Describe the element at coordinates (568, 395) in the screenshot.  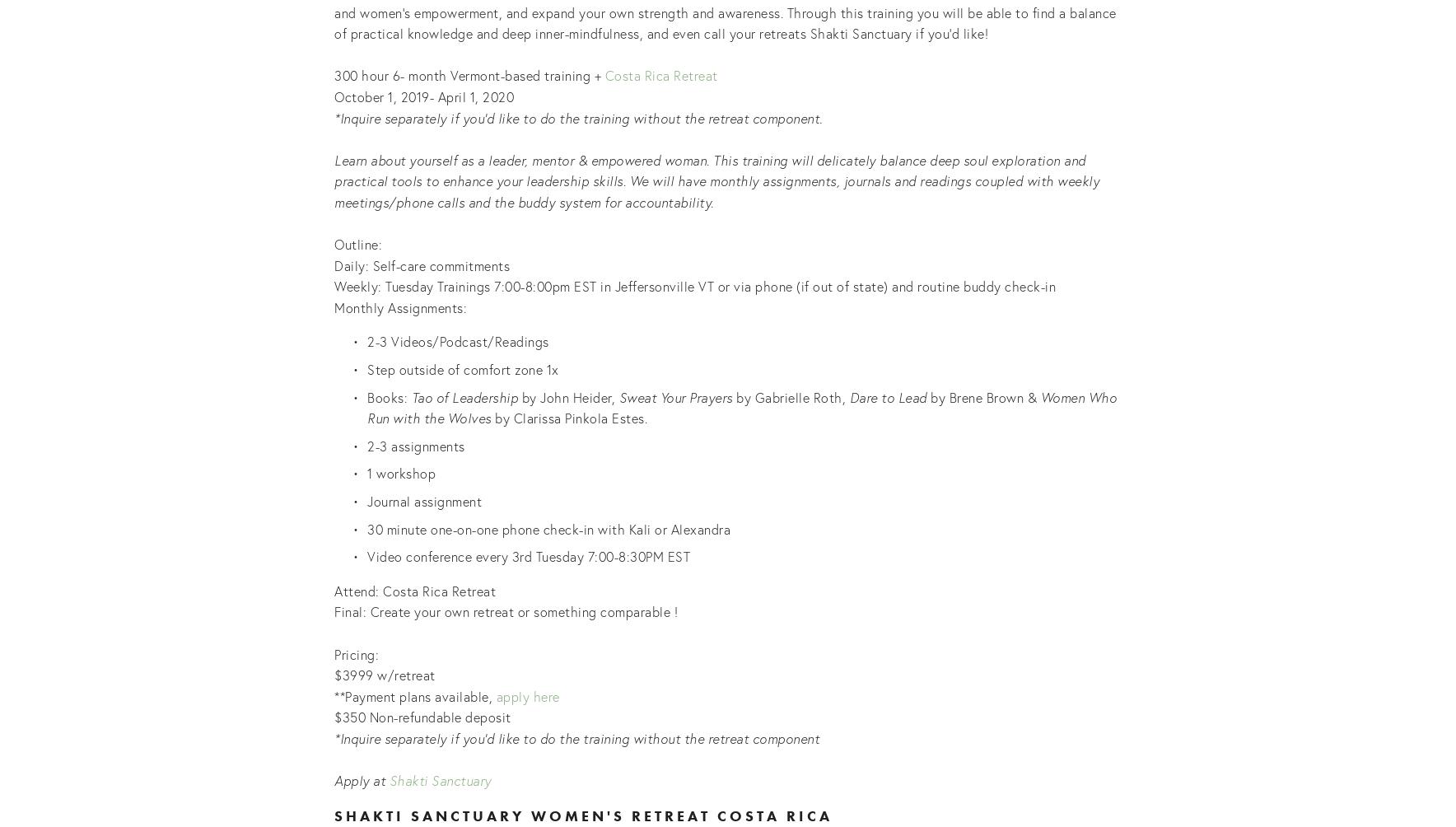
I see `'by John Heider,'` at that location.